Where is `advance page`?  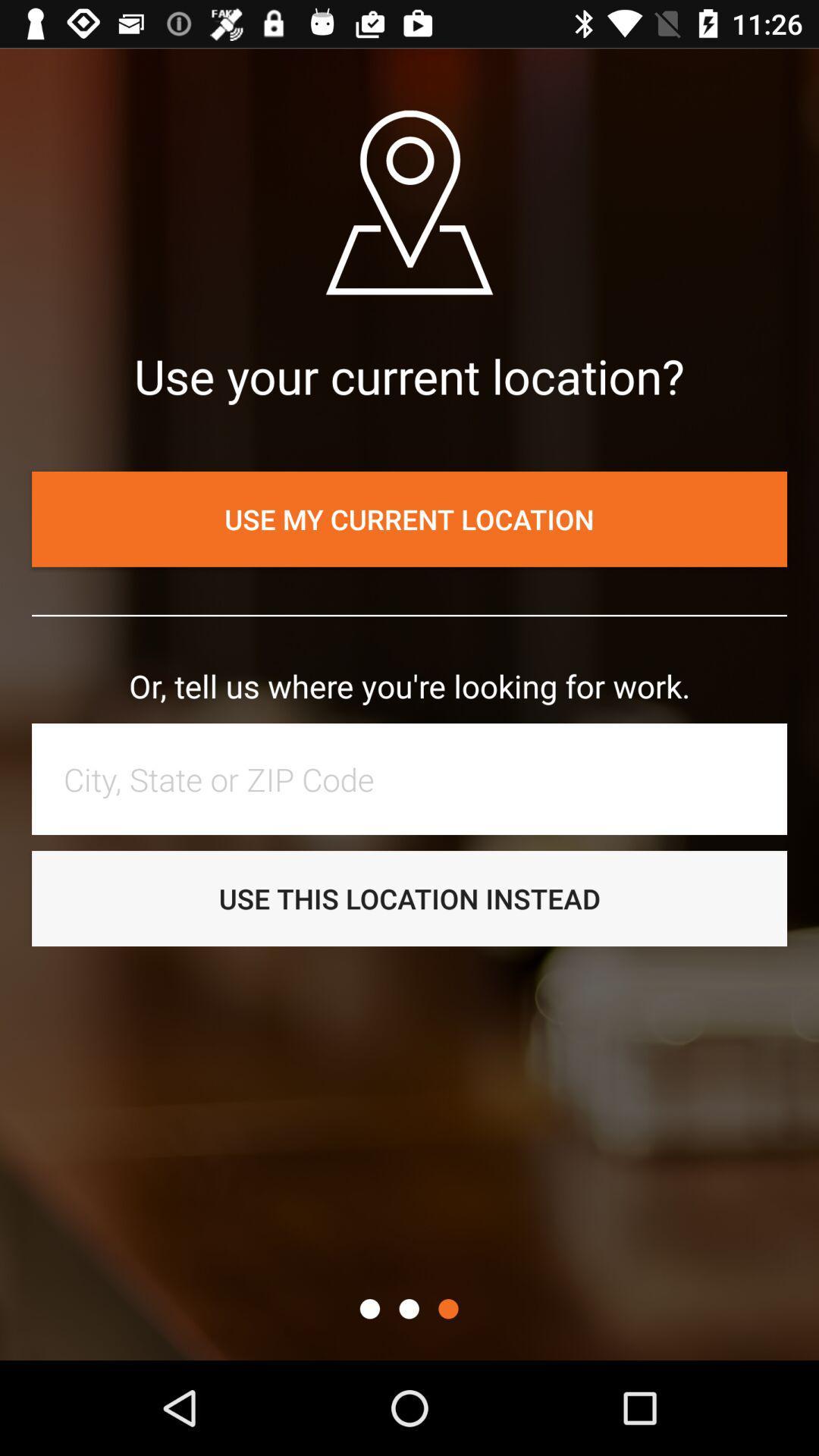
advance page is located at coordinates (447, 1308).